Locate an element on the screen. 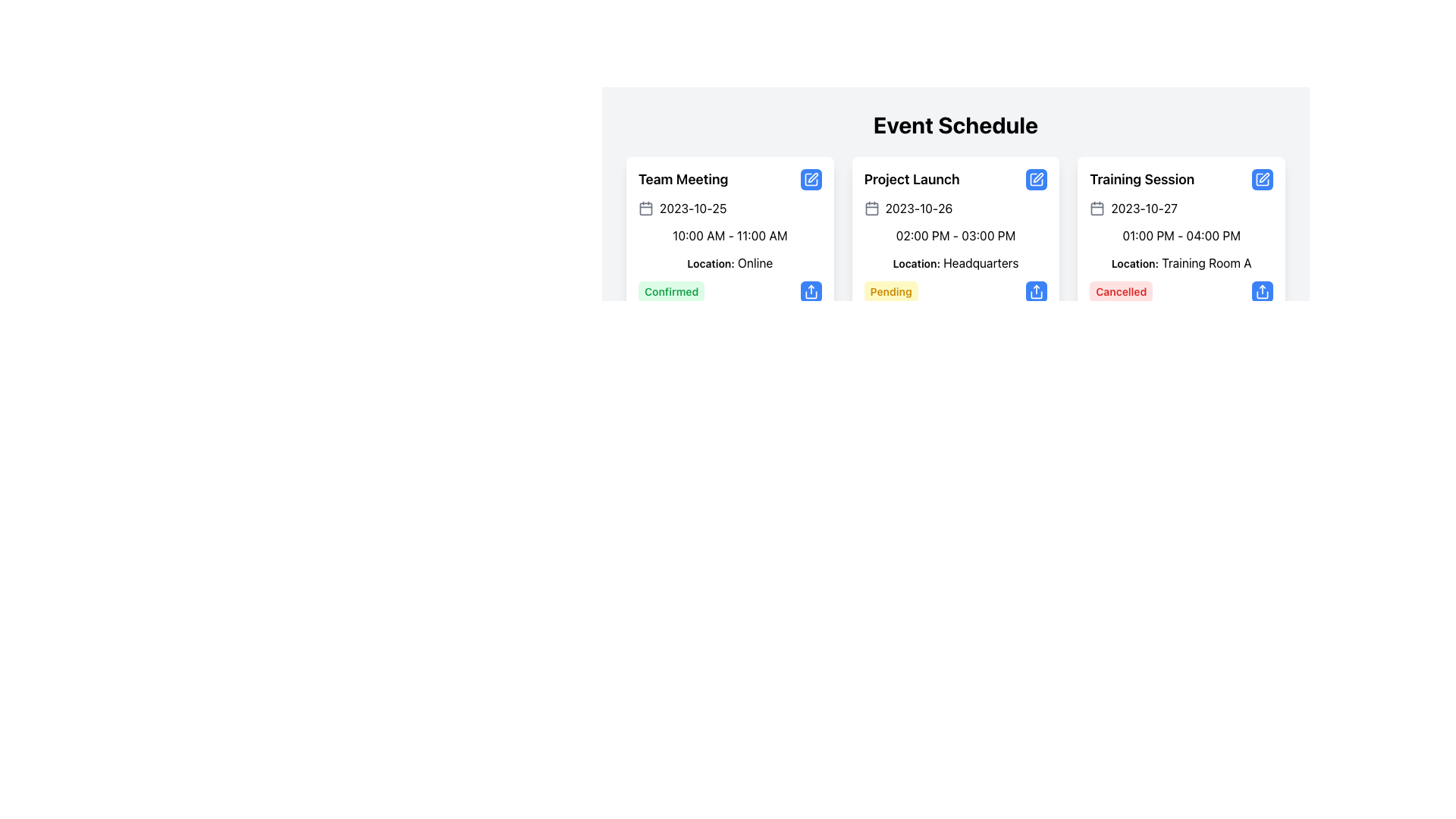 The height and width of the screenshot is (819, 1456). the text display showing '2023-10-26' located within the 'Project Launch' card in the 'Event Schedule' is located at coordinates (918, 208).